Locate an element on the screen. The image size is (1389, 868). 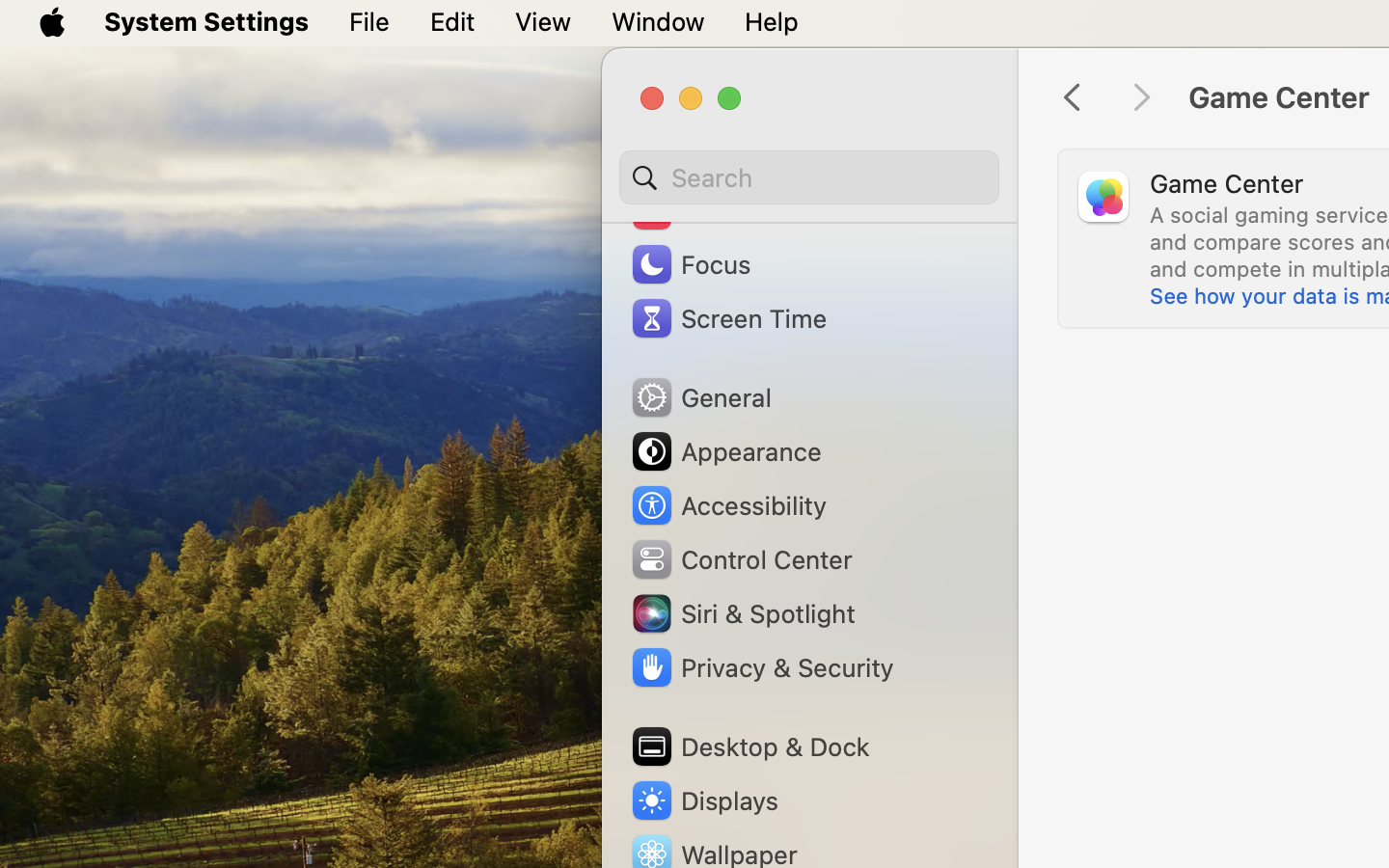
'General' is located at coordinates (699, 397).